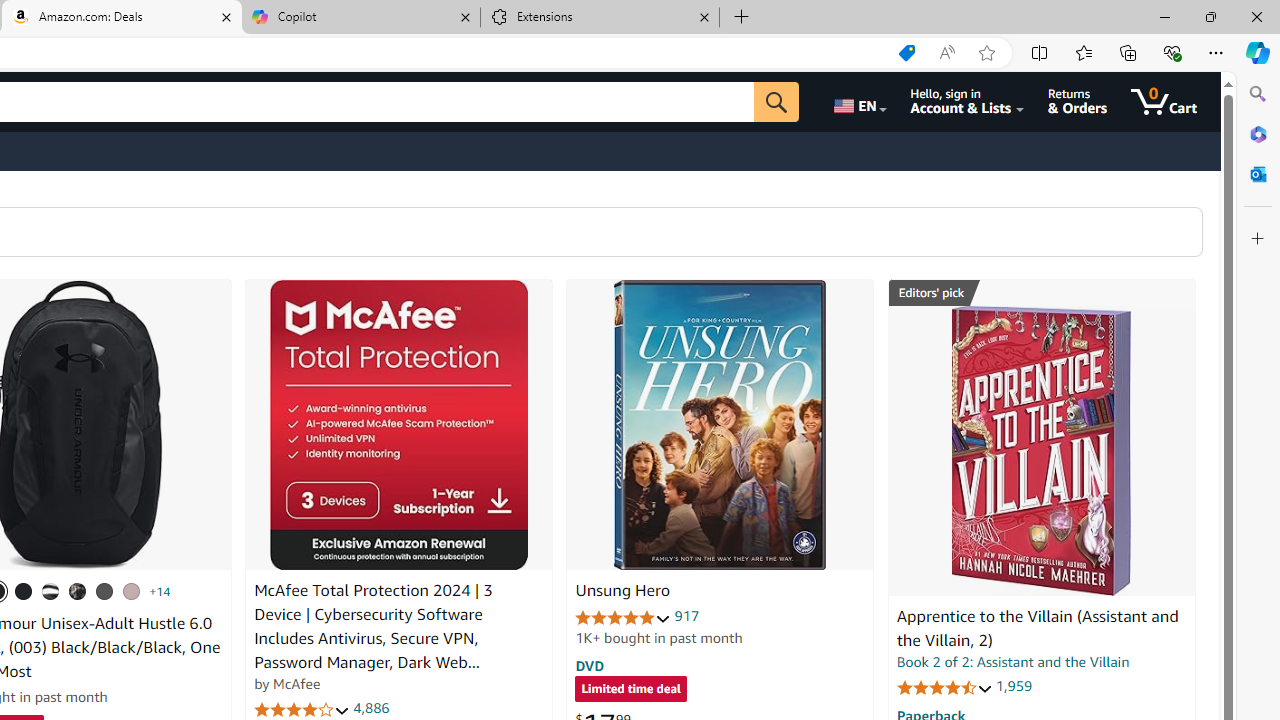 The height and width of the screenshot is (720, 1280). I want to click on '1,959', so click(1013, 685).